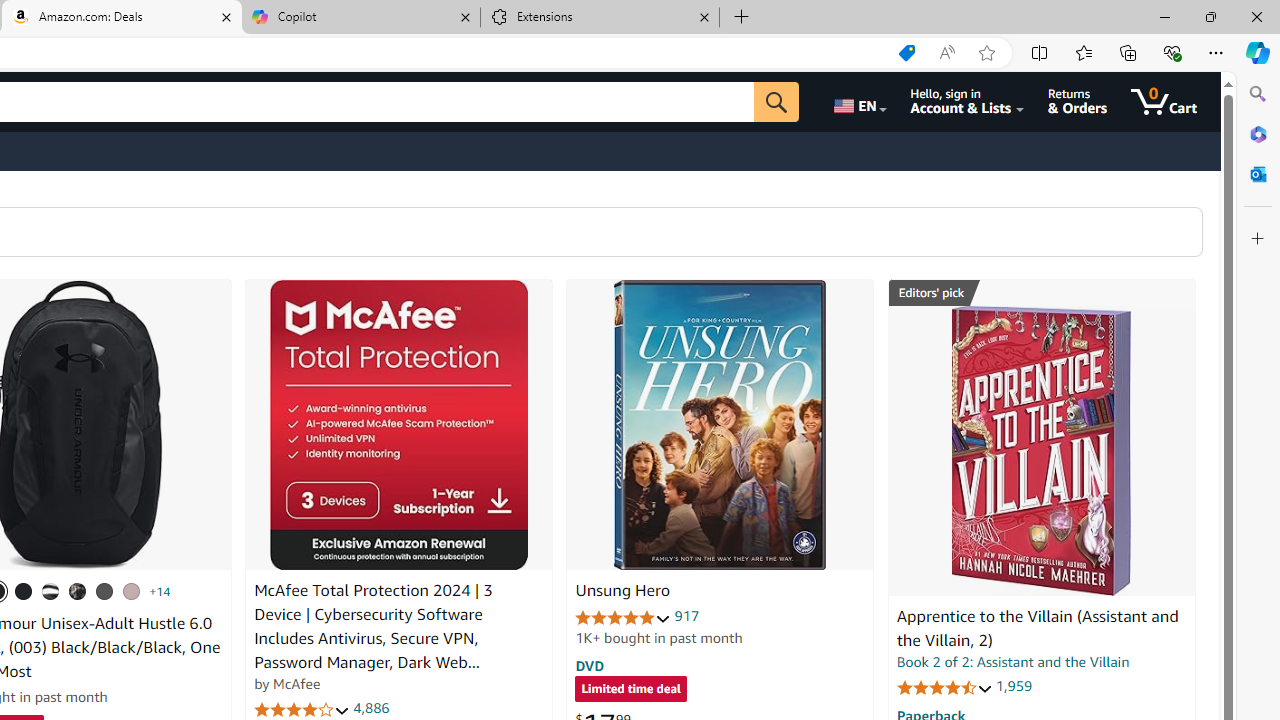 The height and width of the screenshot is (720, 1280). I want to click on '1,959', so click(1013, 685).